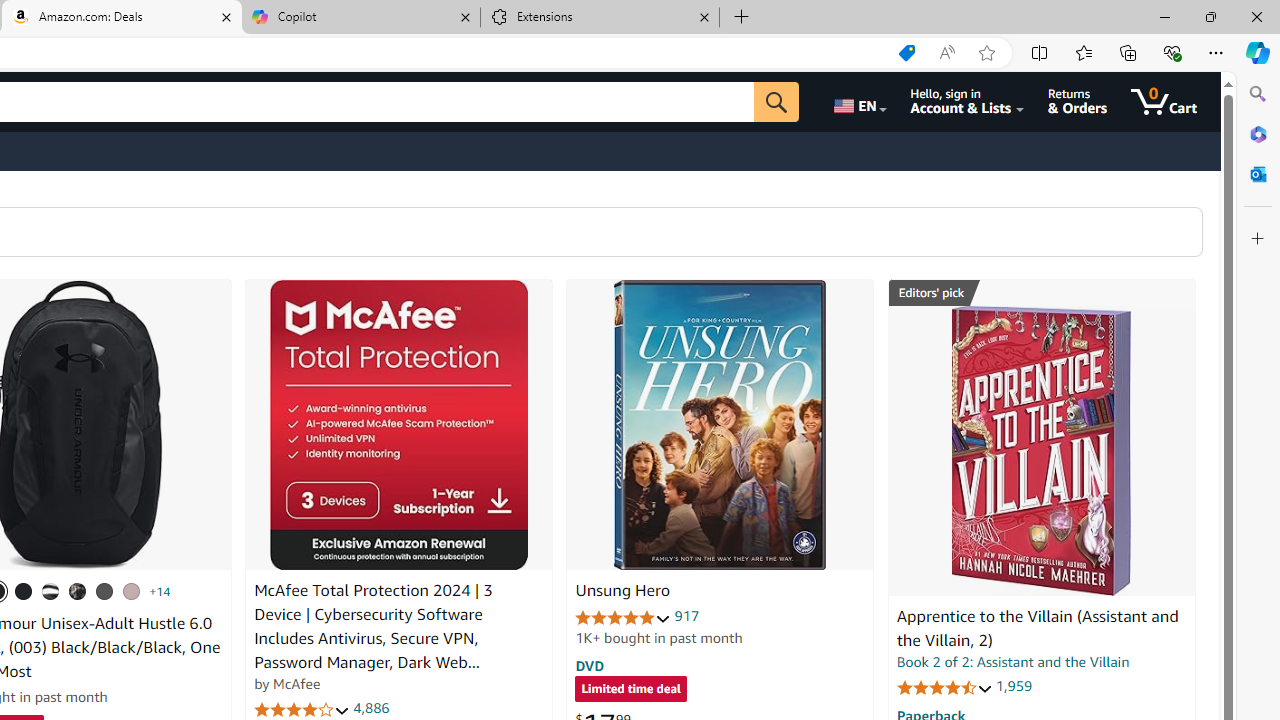 The height and width of the screenshot is (720, 1280). I want to click on '1,959', so click(1013, 685).